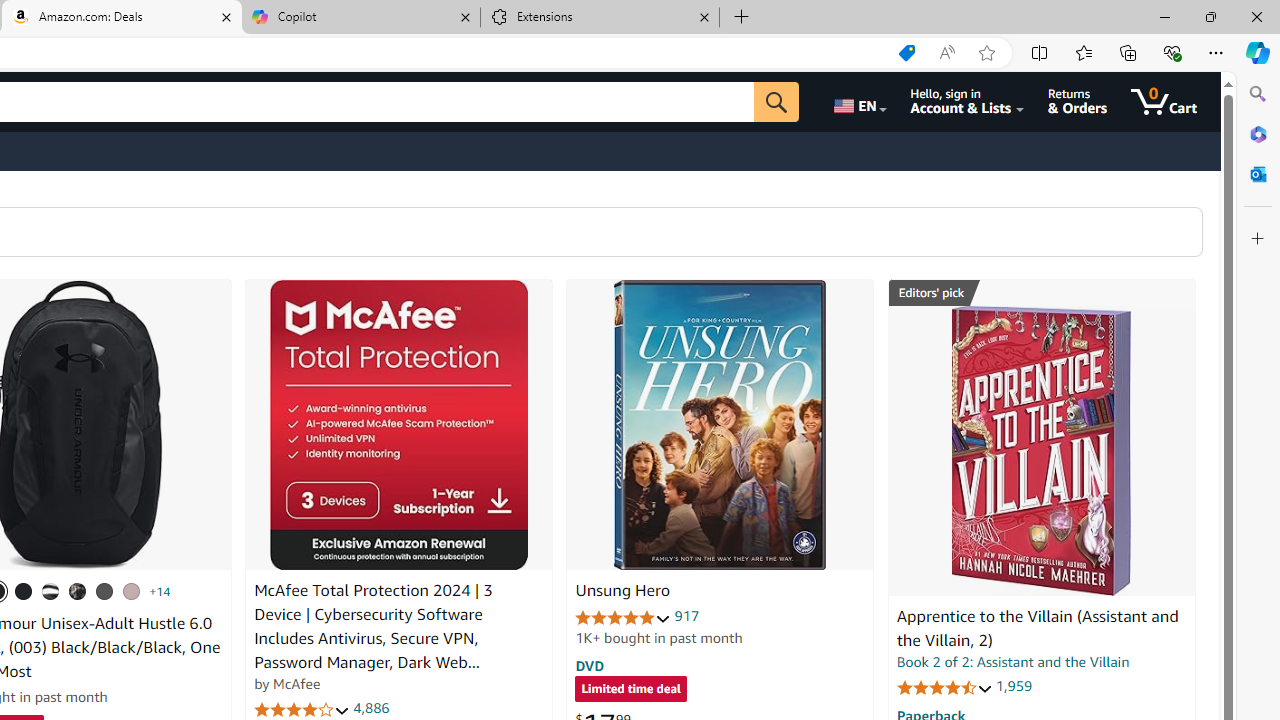 The height and width of the screenshot is (720, 1280). I want to click on '1,959', so click(1013, 685).